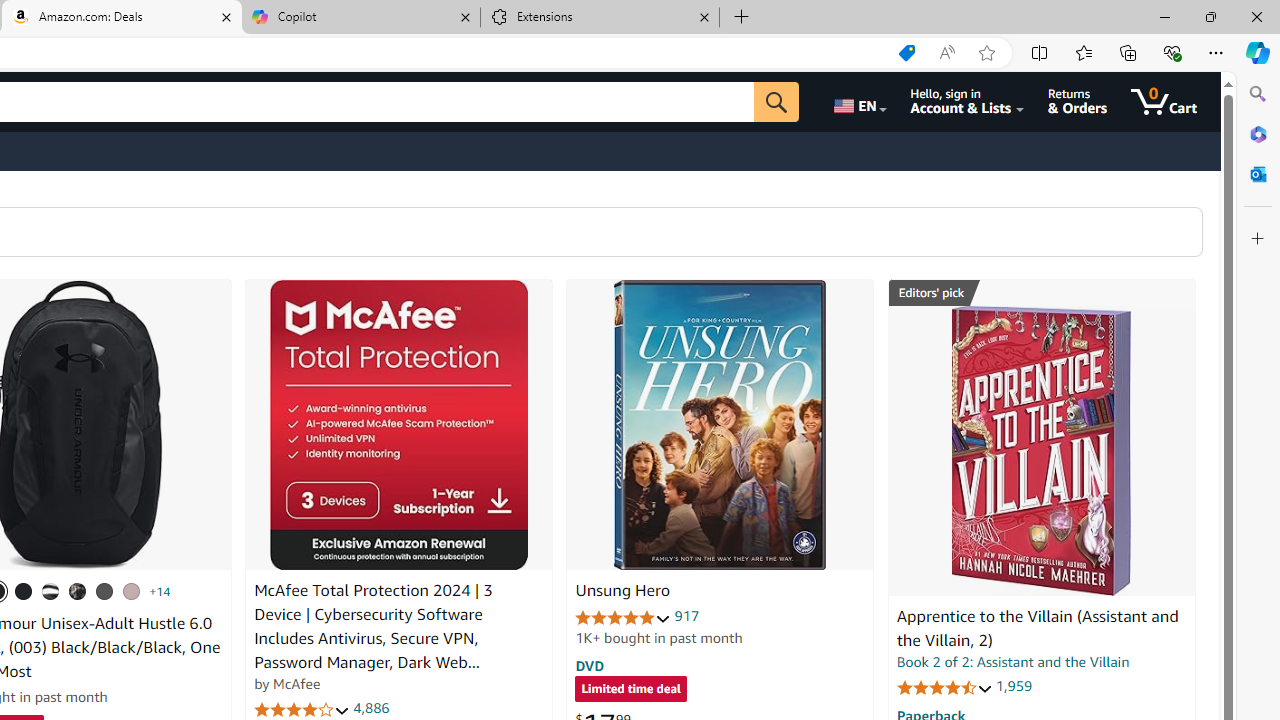 The height and width of the screenshot is (720, 1280). I want to click on '1,959', so click(1013, 685).